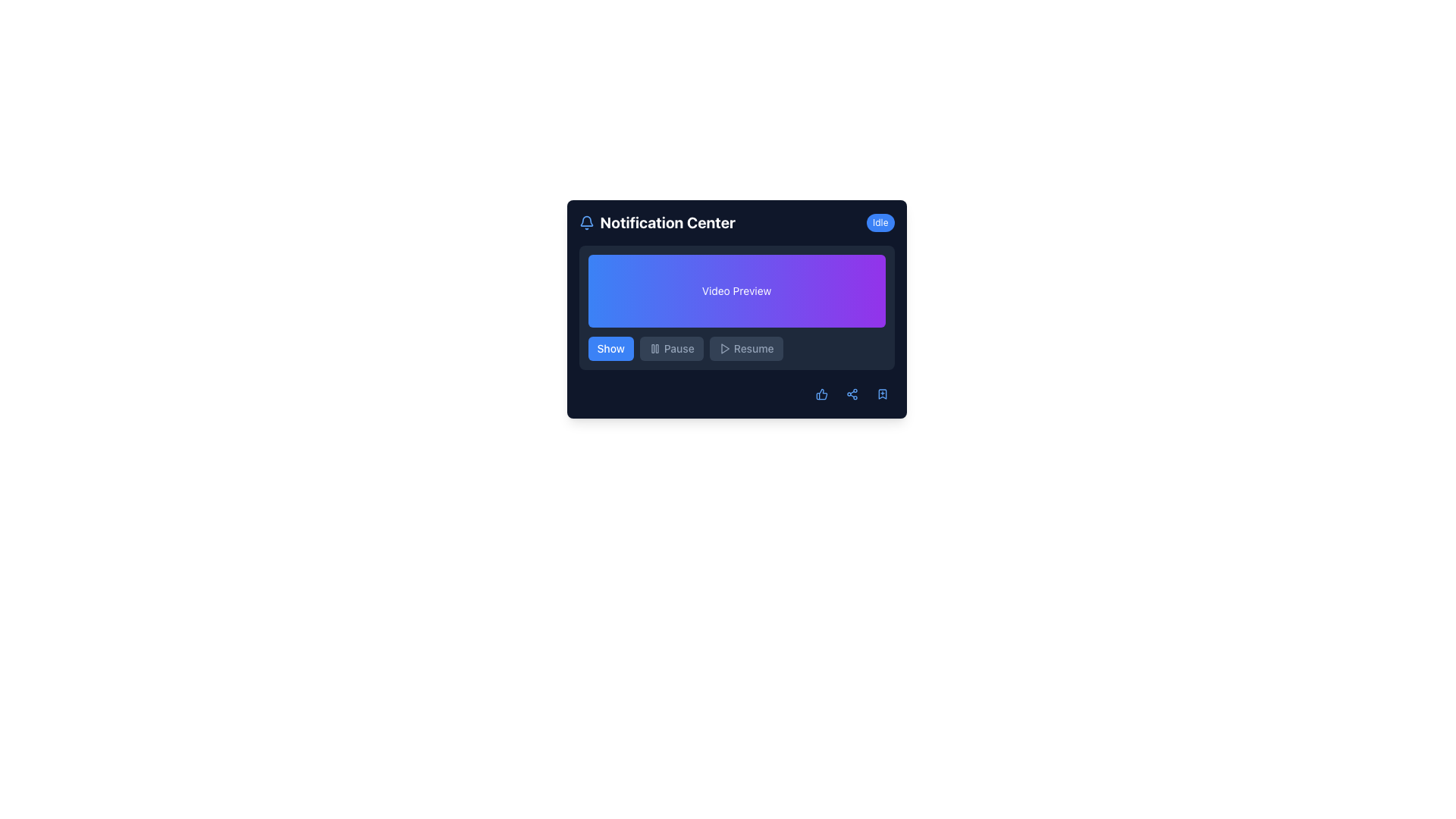 The height and width of the screenshot is (819, 1456). I want to click on the bookmark icon button located at the bottom-right corner of the interface, which is the third icon in the row from the right, so click(882, 394).